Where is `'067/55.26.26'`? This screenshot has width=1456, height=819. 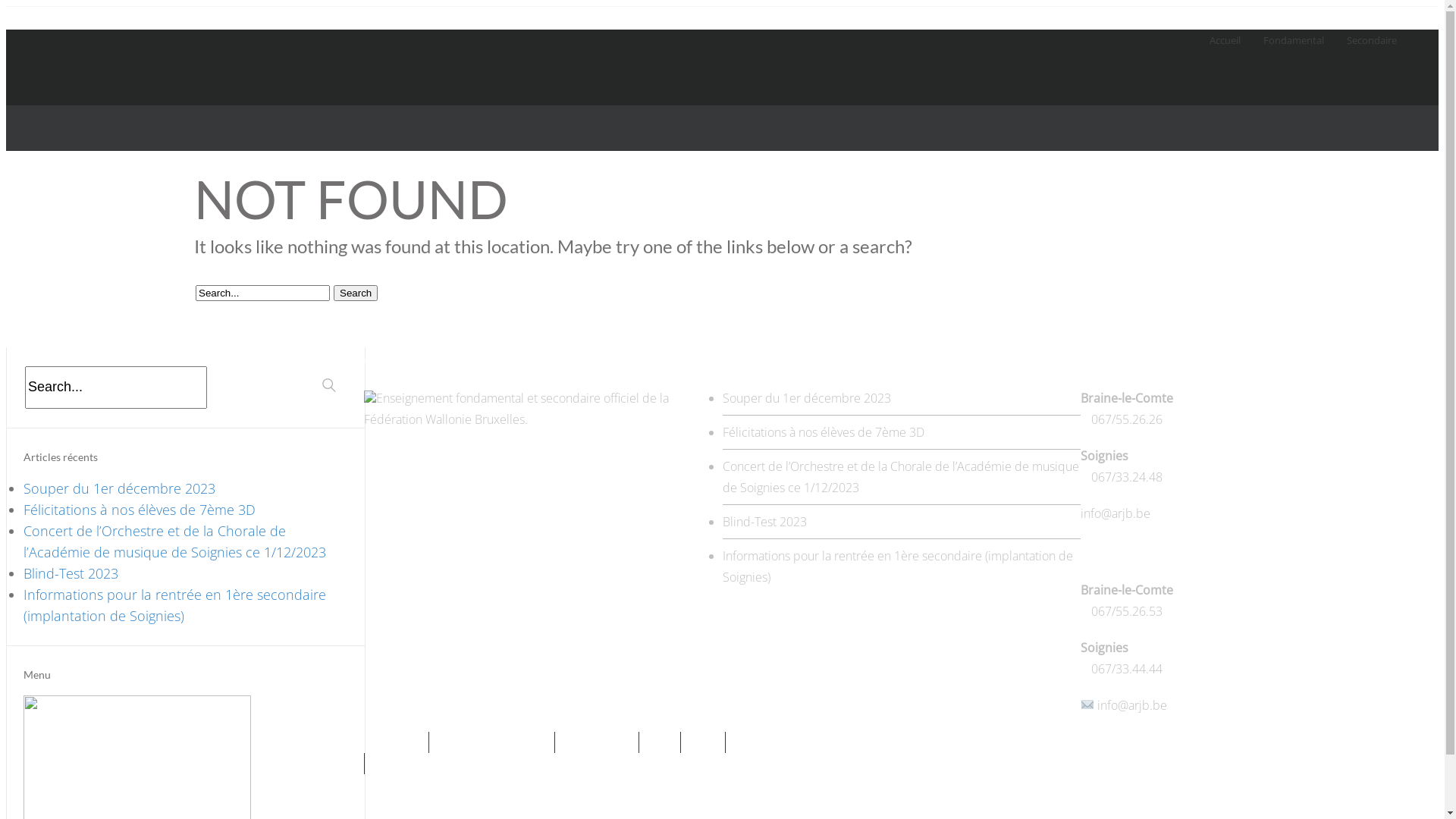 '067/55.26.26' is located at coordinates (1127, 419).